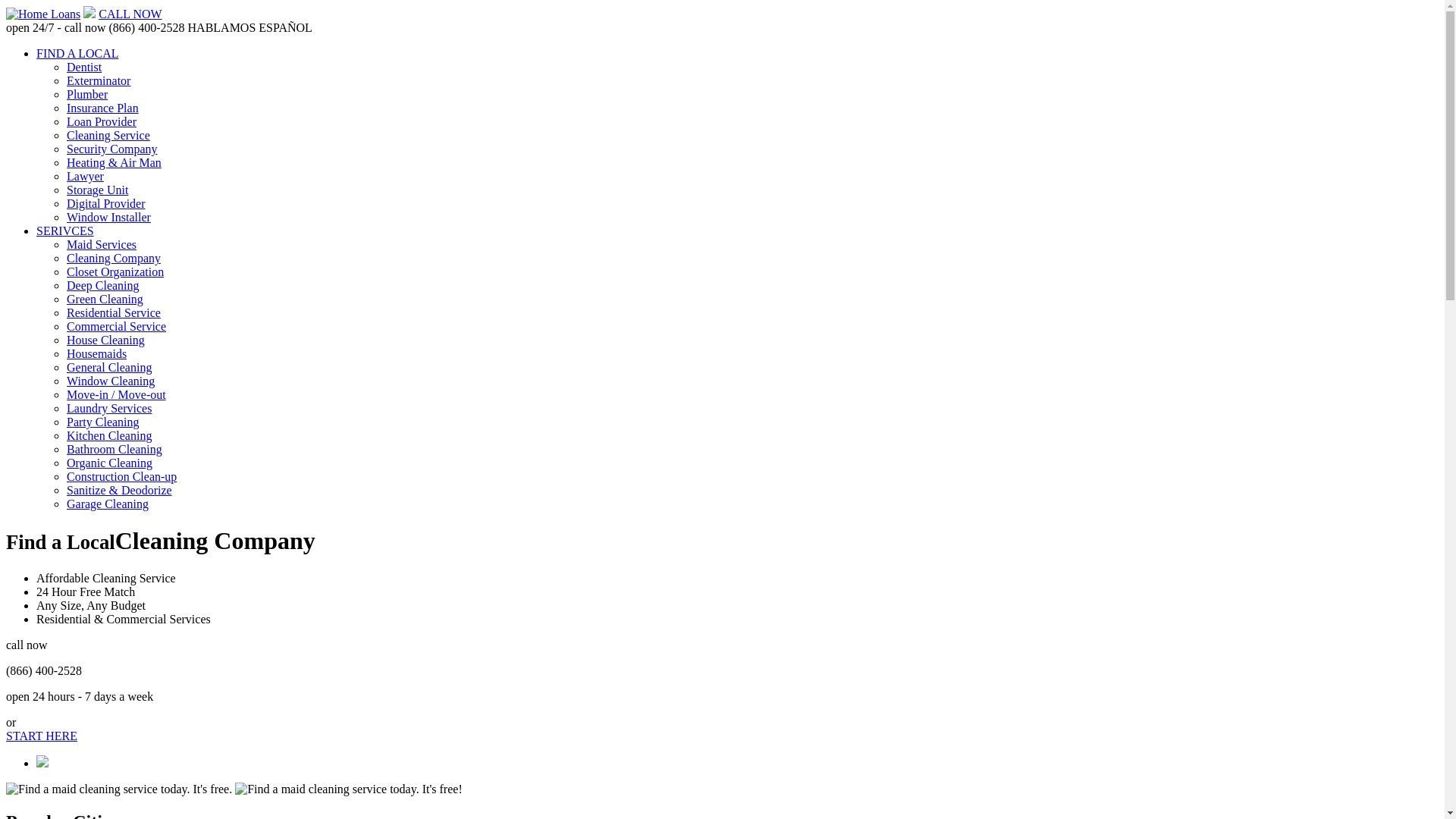 This screenshot has width=1456, height=819. Describe the element at coordinates (105, 202) in the screenshot. I see `'Digital Provider'` at that location.